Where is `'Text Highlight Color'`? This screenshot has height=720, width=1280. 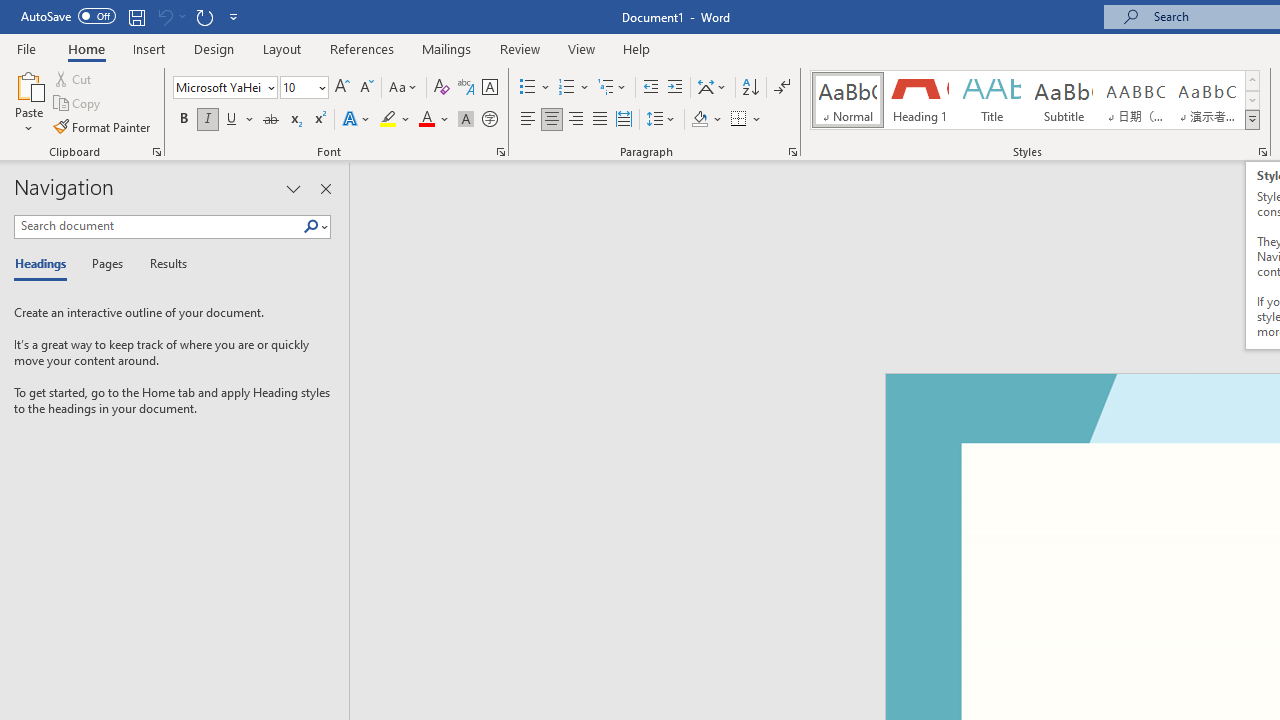 'Text Highlight Color' is located at coordinates (395, 119).